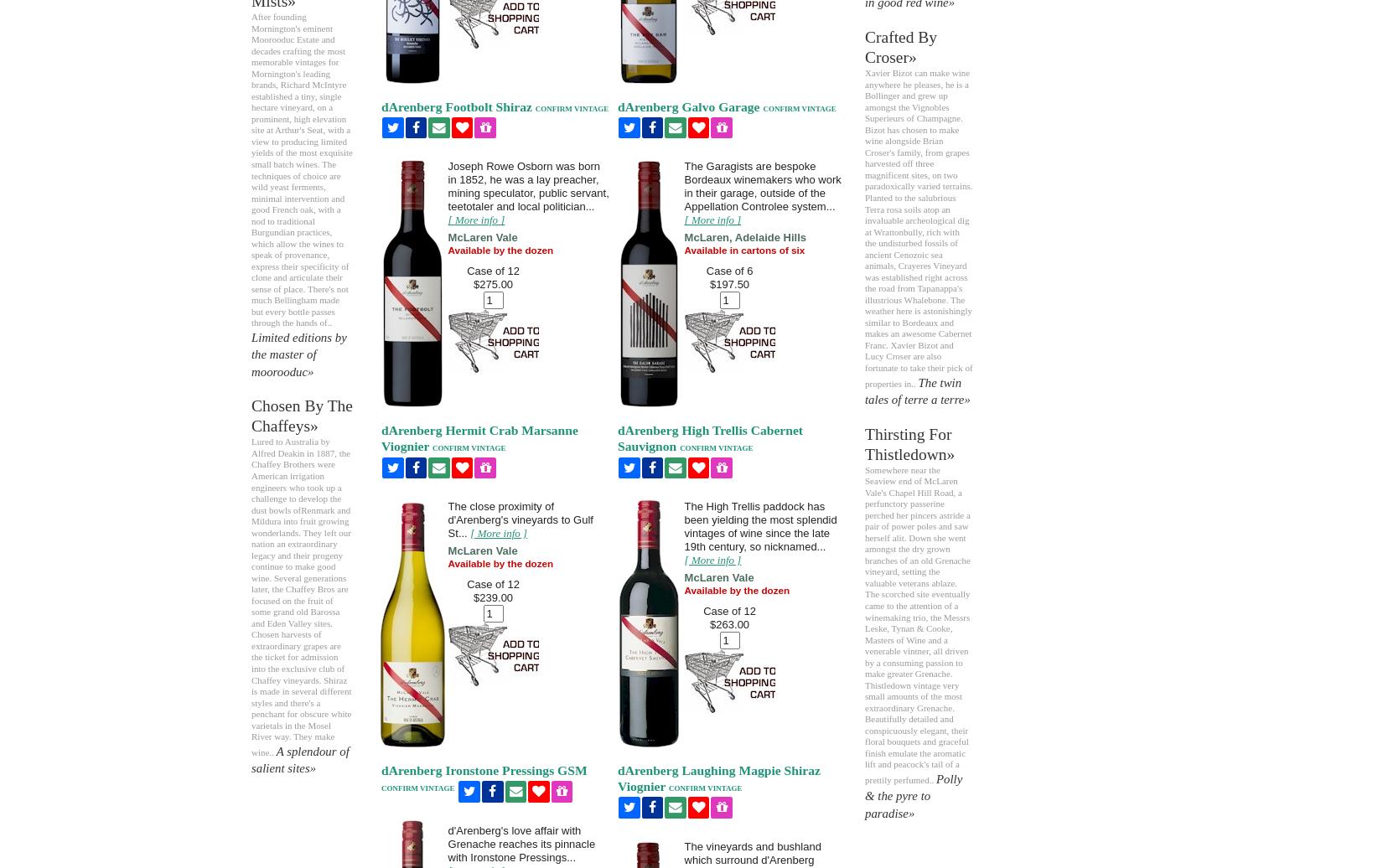  What do you see at coordinates (526, 186) in the screenshot?
I see `'Joseph Rowe Osborn was born in 1852, he was a lay preacher, mining speculator, public servant, teetotaler and local politician...'` at bounding box center [526, 186].